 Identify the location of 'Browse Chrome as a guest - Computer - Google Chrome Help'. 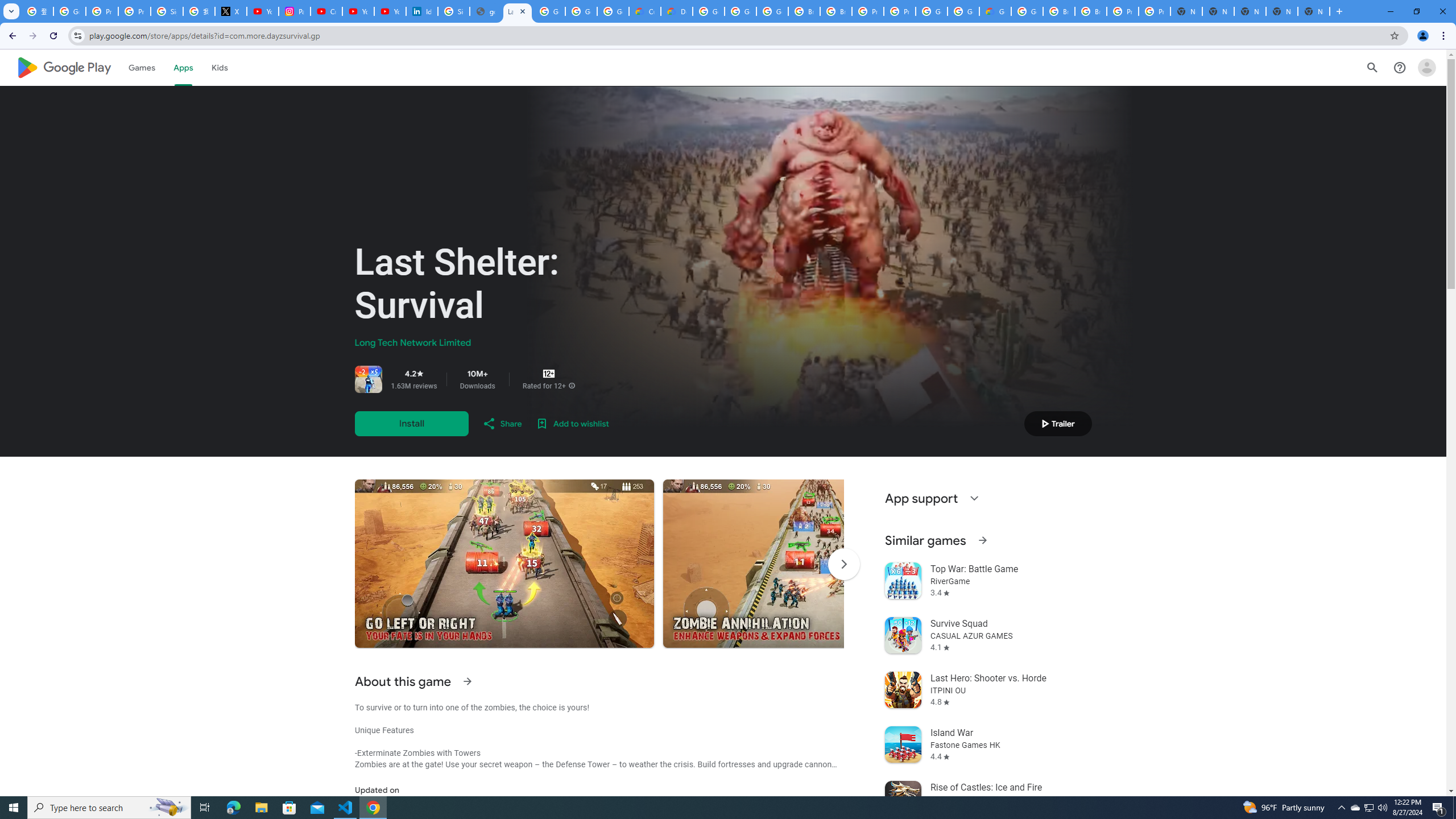
(804, 11).